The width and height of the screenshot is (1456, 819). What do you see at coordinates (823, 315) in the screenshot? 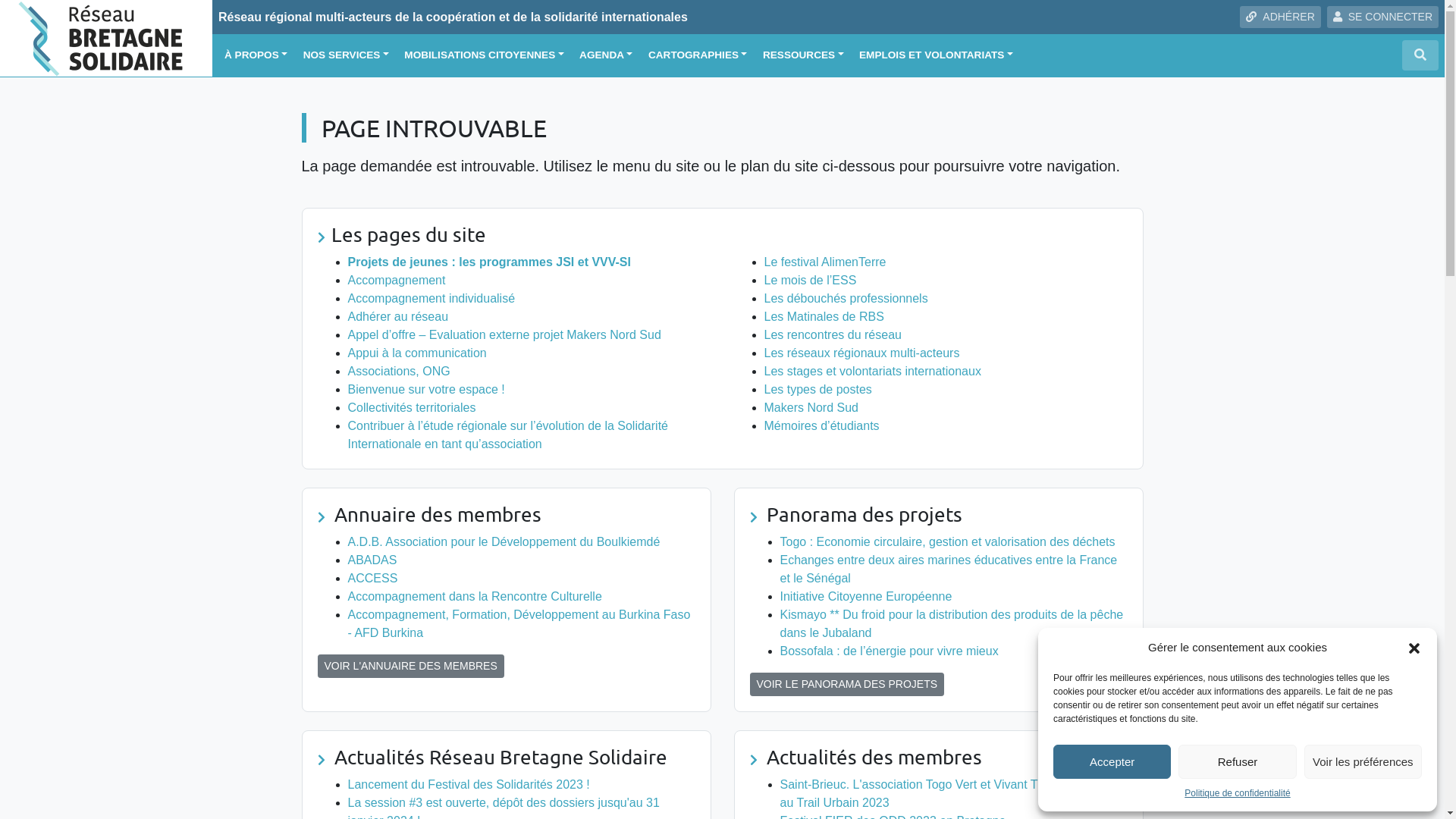
I see `'Les Matinales de RBS'` at bounding box center [823, 315].